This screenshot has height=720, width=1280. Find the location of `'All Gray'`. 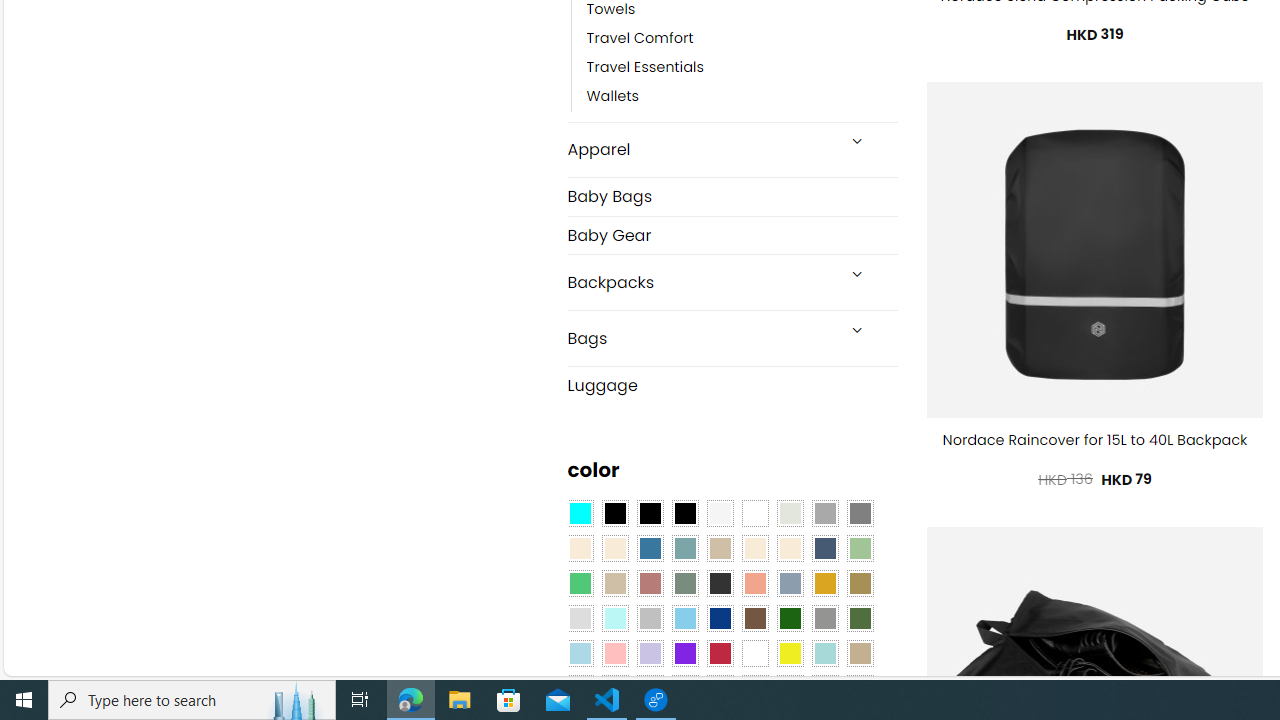

'All Gray' is located at coordinates (860, 513).